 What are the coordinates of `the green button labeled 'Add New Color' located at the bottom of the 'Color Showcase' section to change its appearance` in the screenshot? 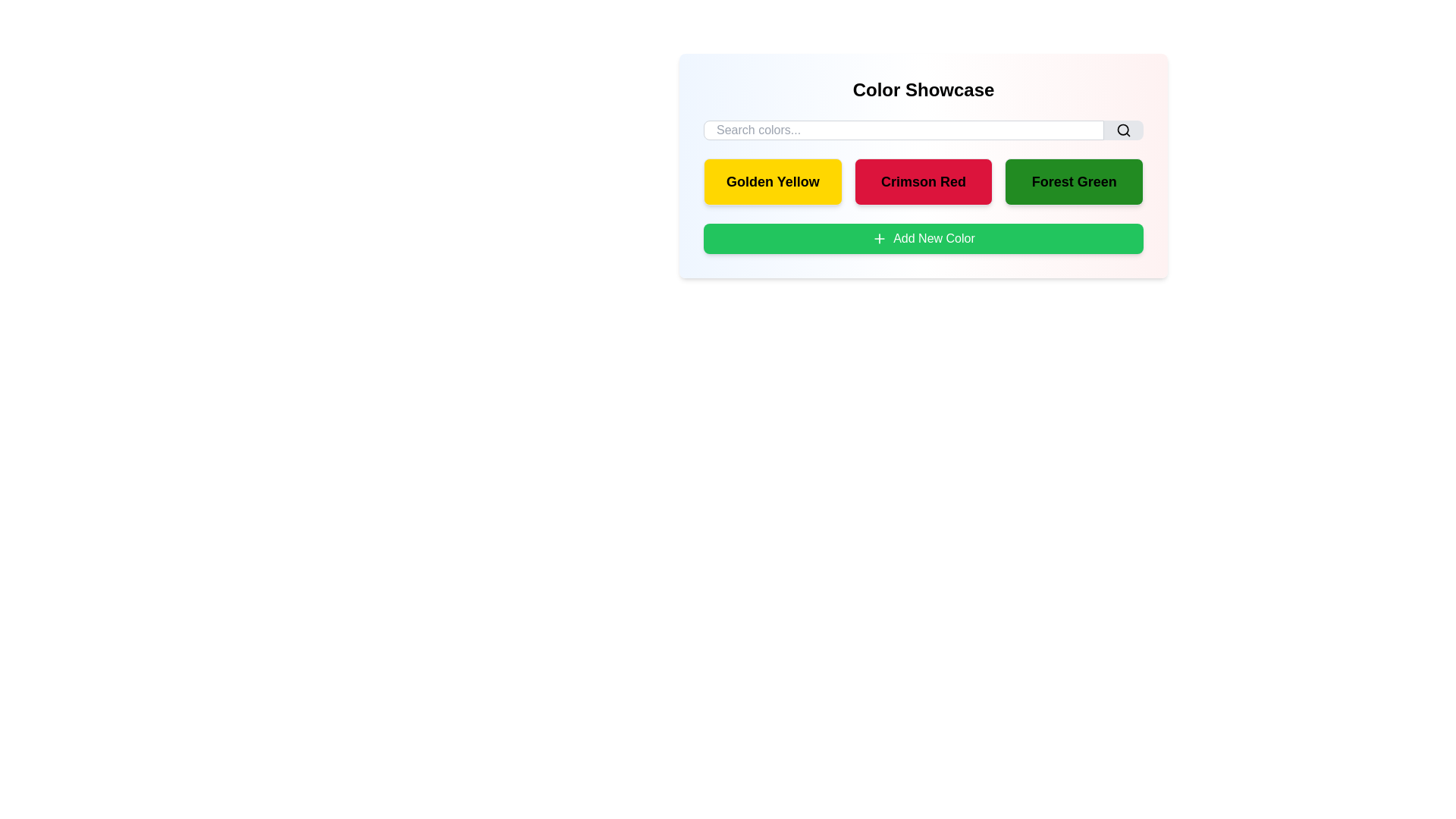 It's located at (923, 239).